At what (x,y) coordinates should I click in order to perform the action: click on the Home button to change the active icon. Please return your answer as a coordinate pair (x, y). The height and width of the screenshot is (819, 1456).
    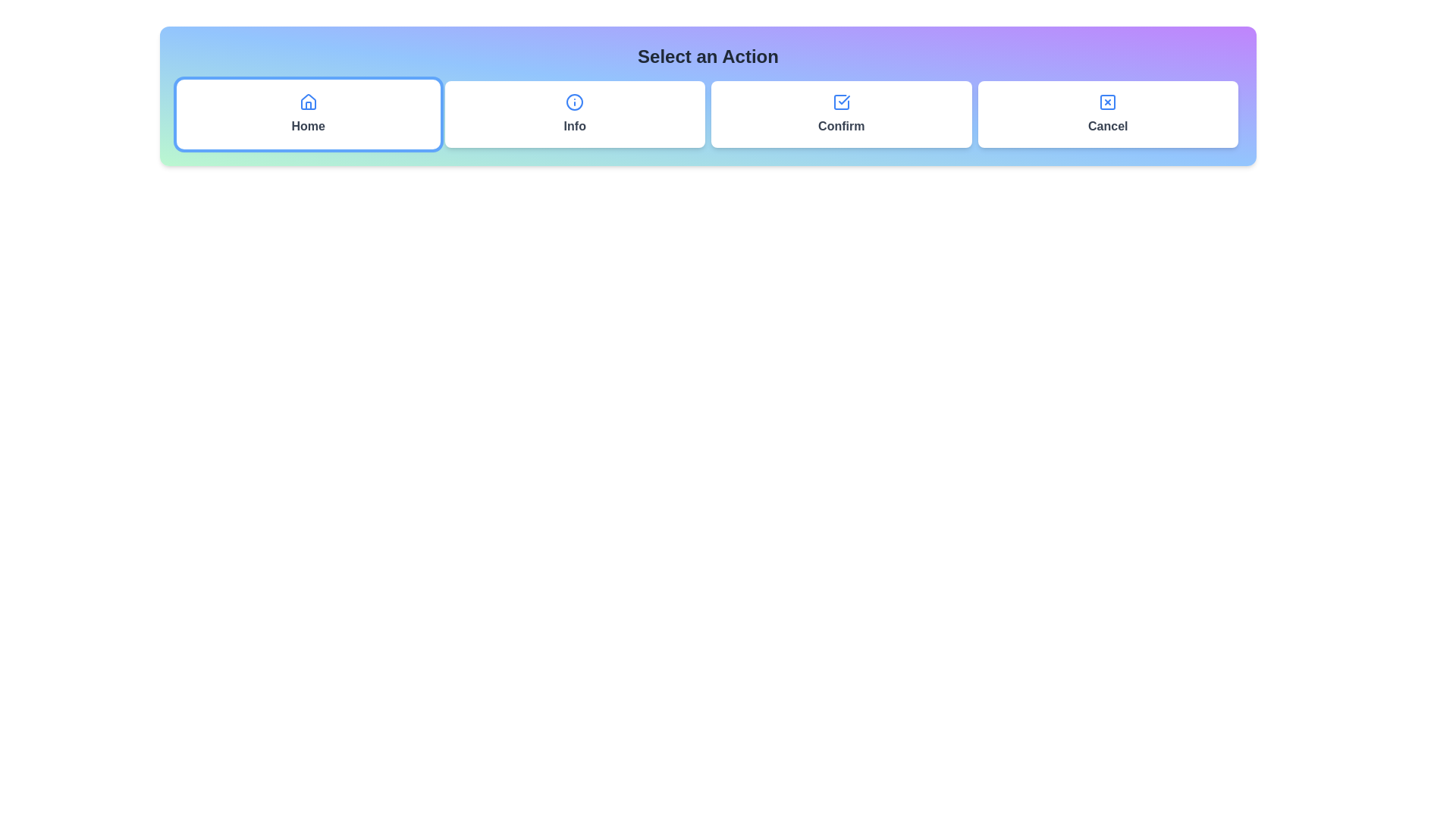
    Looking at the image, I should click on (307, 113).